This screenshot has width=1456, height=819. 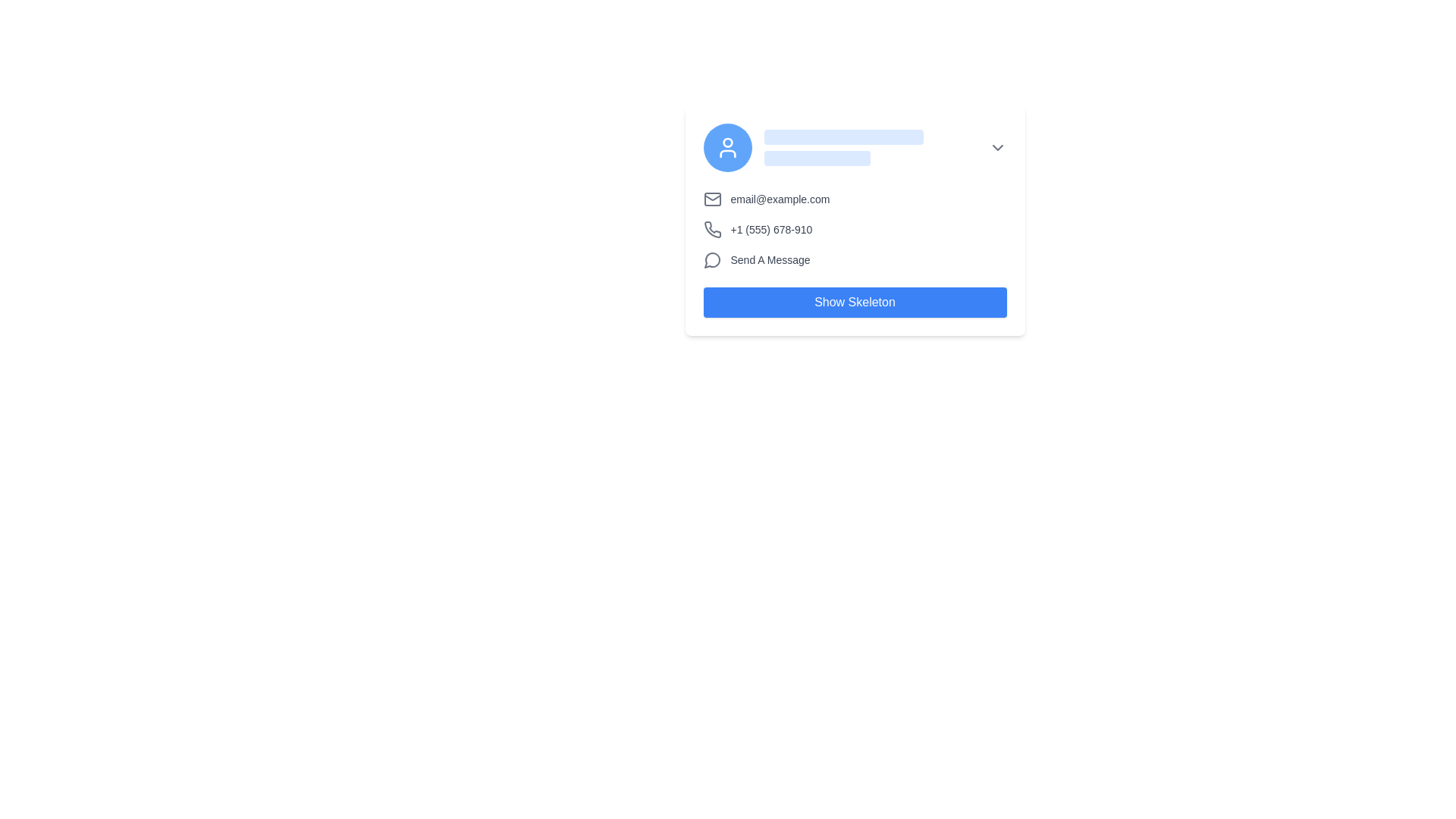 I want to click on the phone icon, which is a simple line drawing of a handset in gray color, located to the left of the phone number '+1 (555) 678-910' in the contact information section of the contact card, so click(x=711, y=230).